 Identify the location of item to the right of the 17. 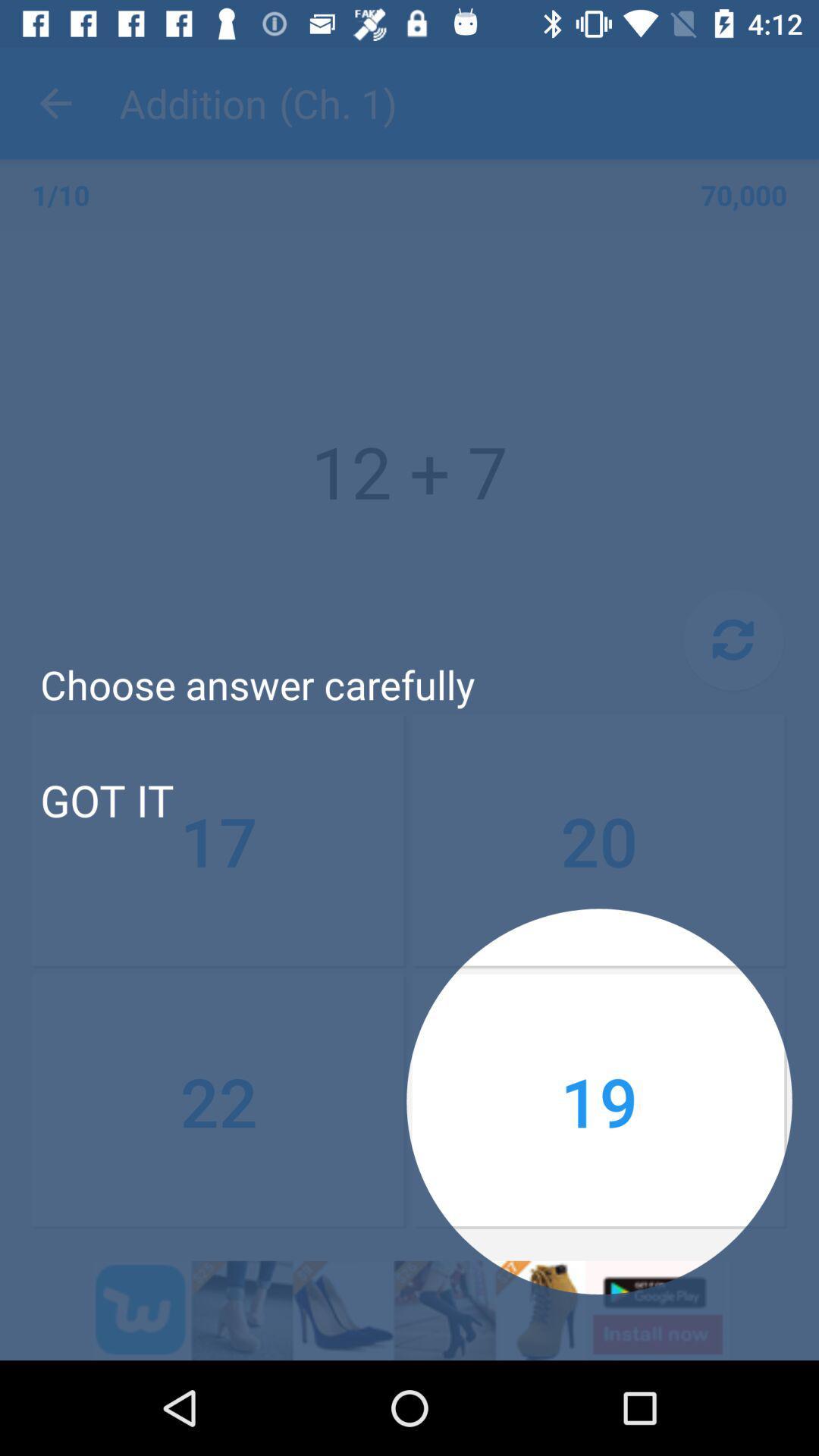
(598, 840).